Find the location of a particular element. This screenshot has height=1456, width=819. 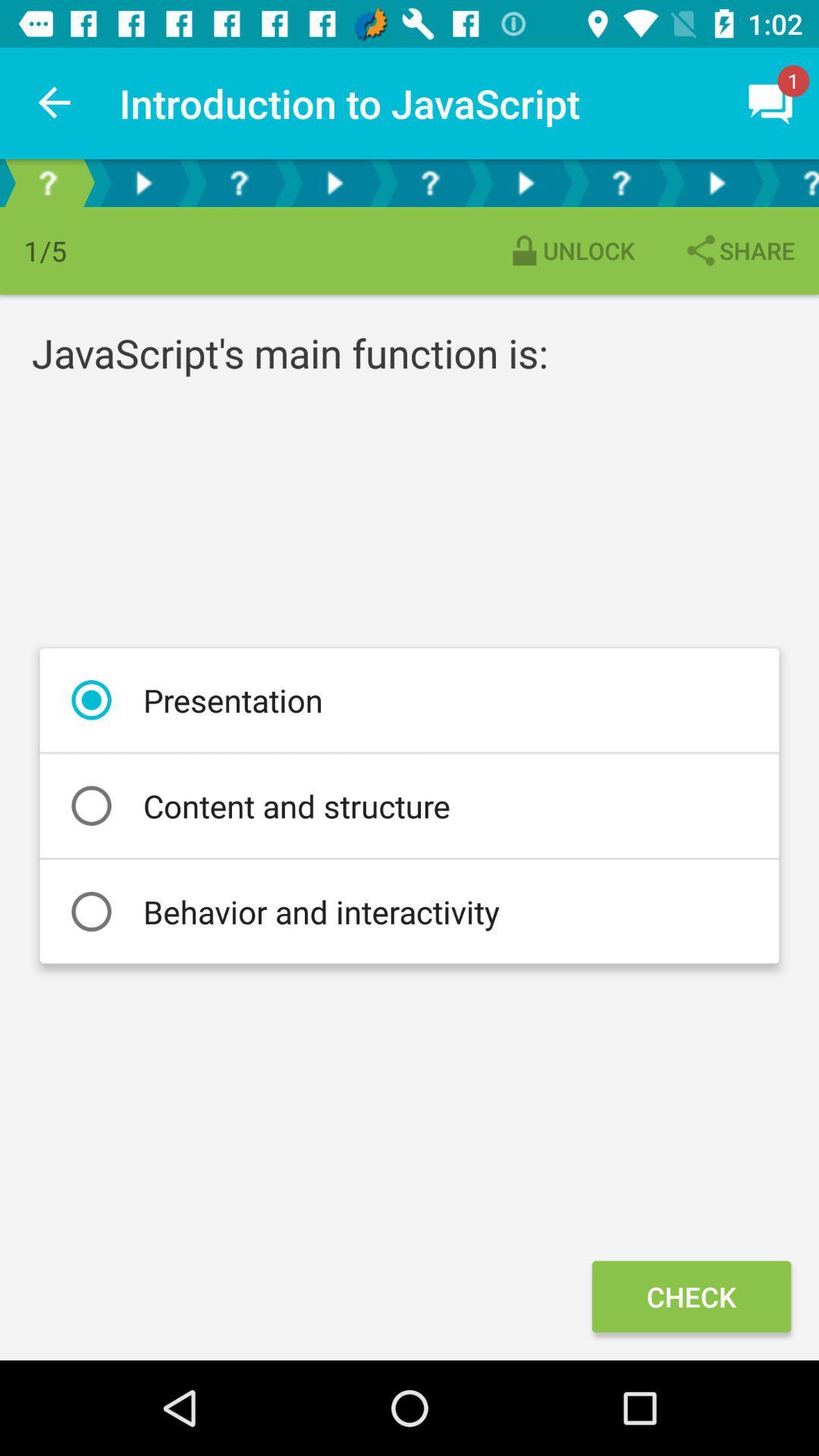

help is located at coordinates (46, 182).